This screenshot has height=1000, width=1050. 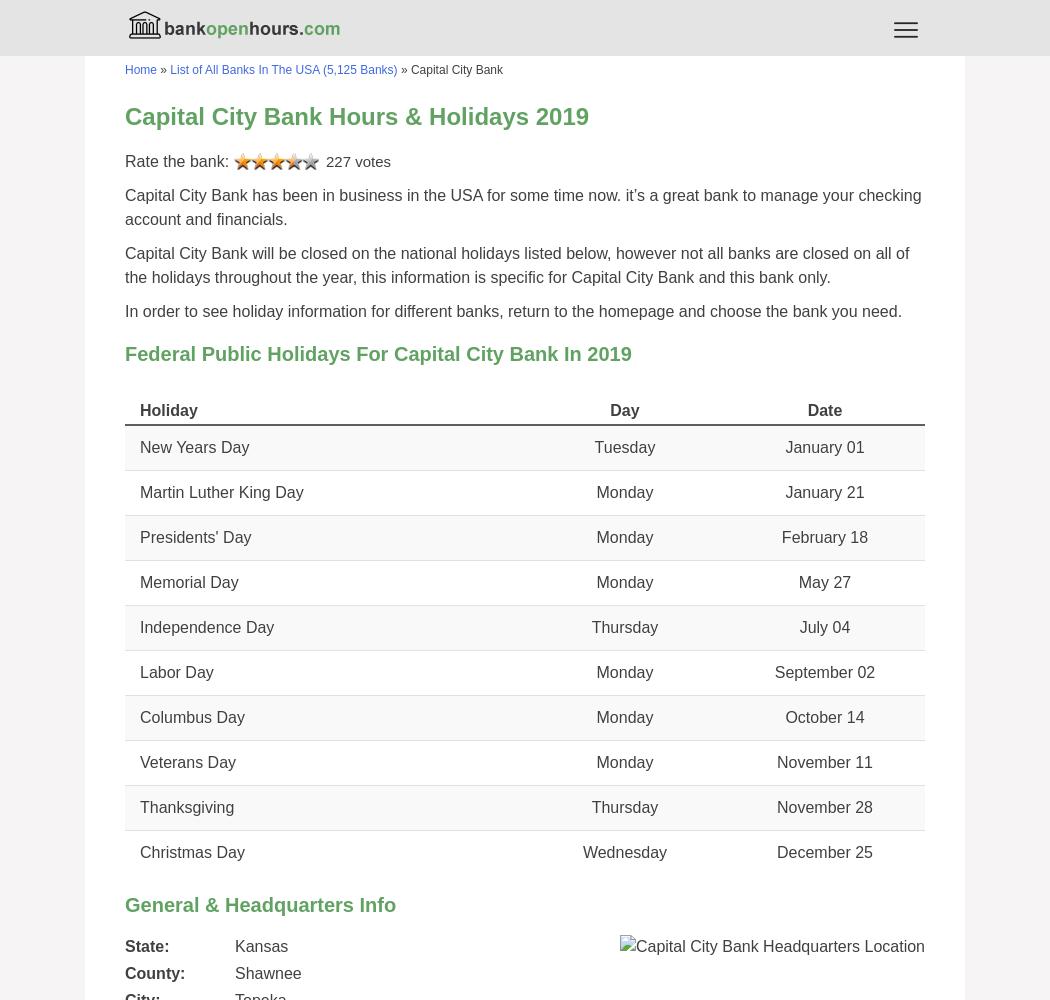 I want to click on 'Independence Day', so click(x=205, y=627).